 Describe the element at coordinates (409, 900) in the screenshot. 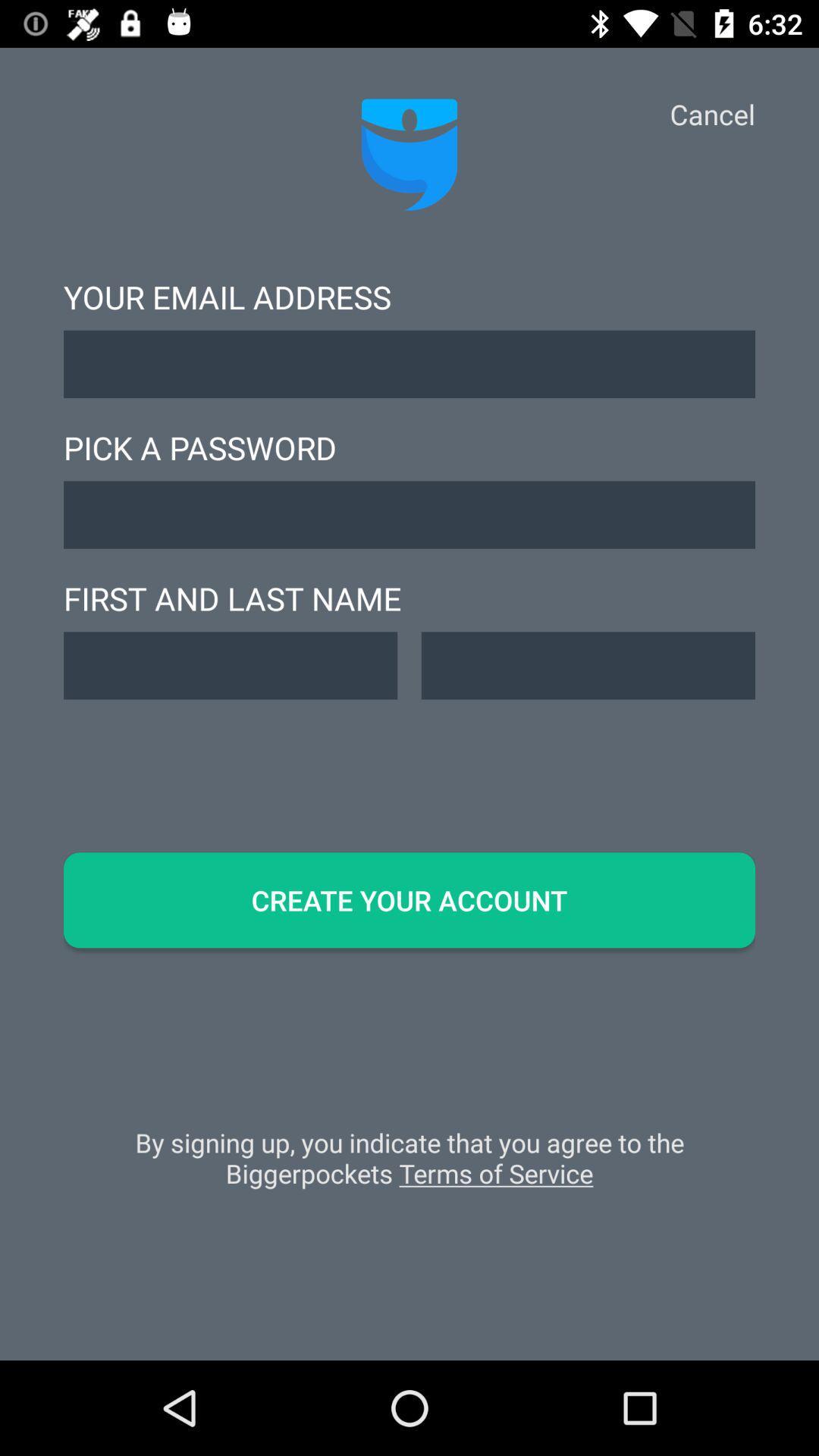

I see `the create your account icon` at that location.